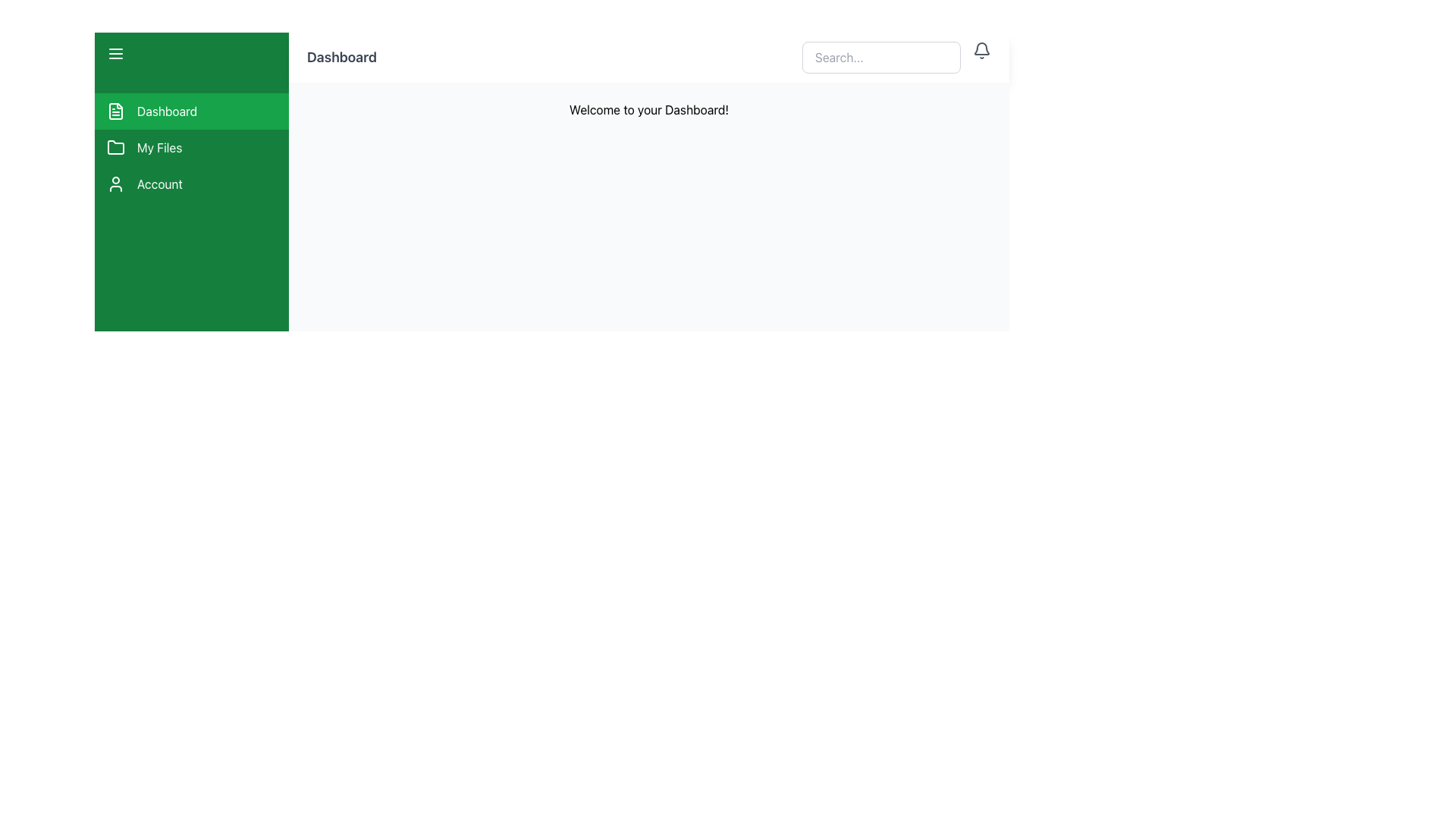 The image size is (1456, 819). I want to click on the Dashboard icon located at the top of the navigation list in the sidebar for identification purposes, so click(115, 110).